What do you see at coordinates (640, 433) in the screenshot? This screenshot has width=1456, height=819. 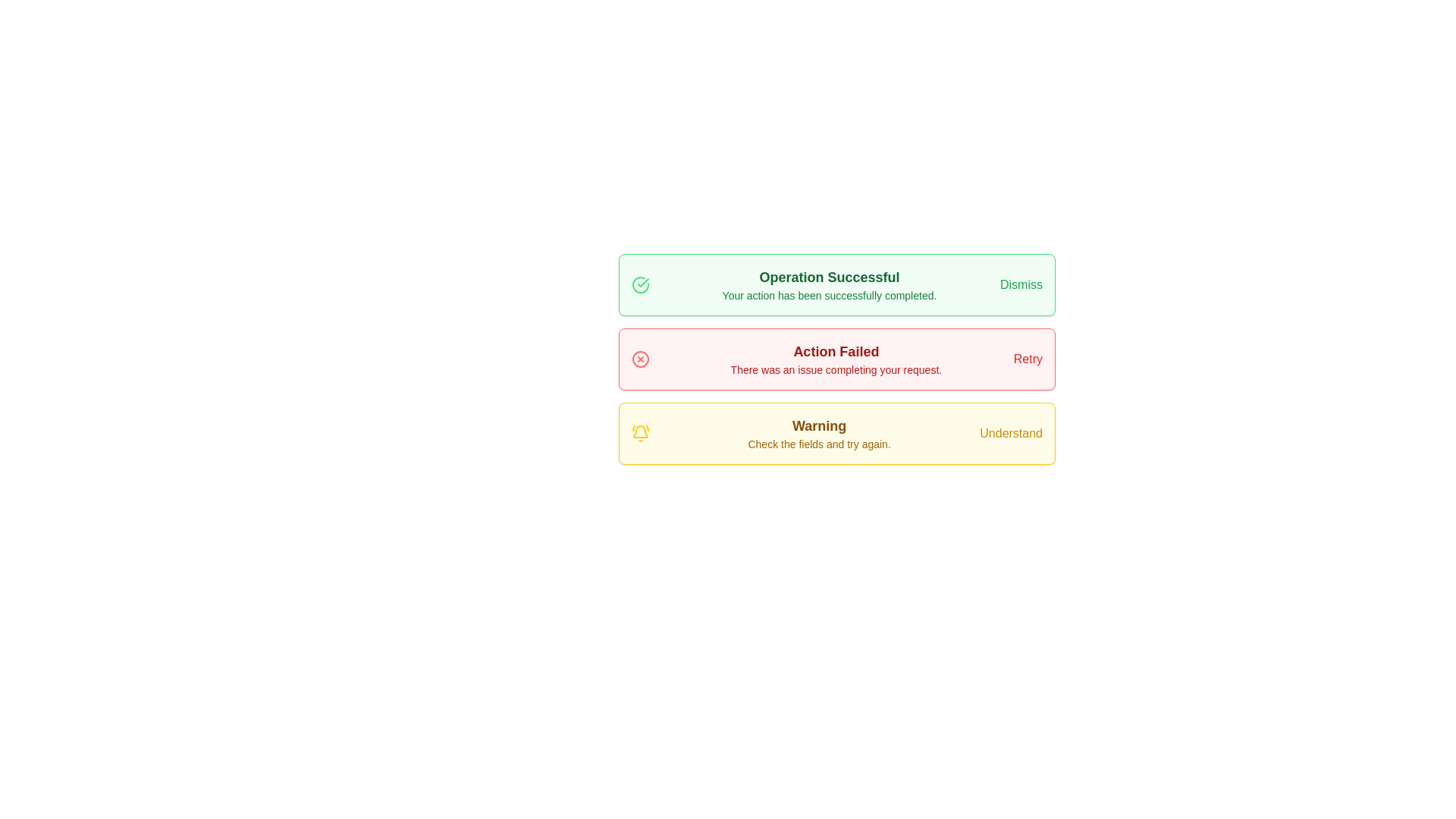 I see `the warning icon located in the leftmost part of the bottom yellow warning section, just before the text 'Warning Check the fields and try again.'` at bounding box center [640, 433].